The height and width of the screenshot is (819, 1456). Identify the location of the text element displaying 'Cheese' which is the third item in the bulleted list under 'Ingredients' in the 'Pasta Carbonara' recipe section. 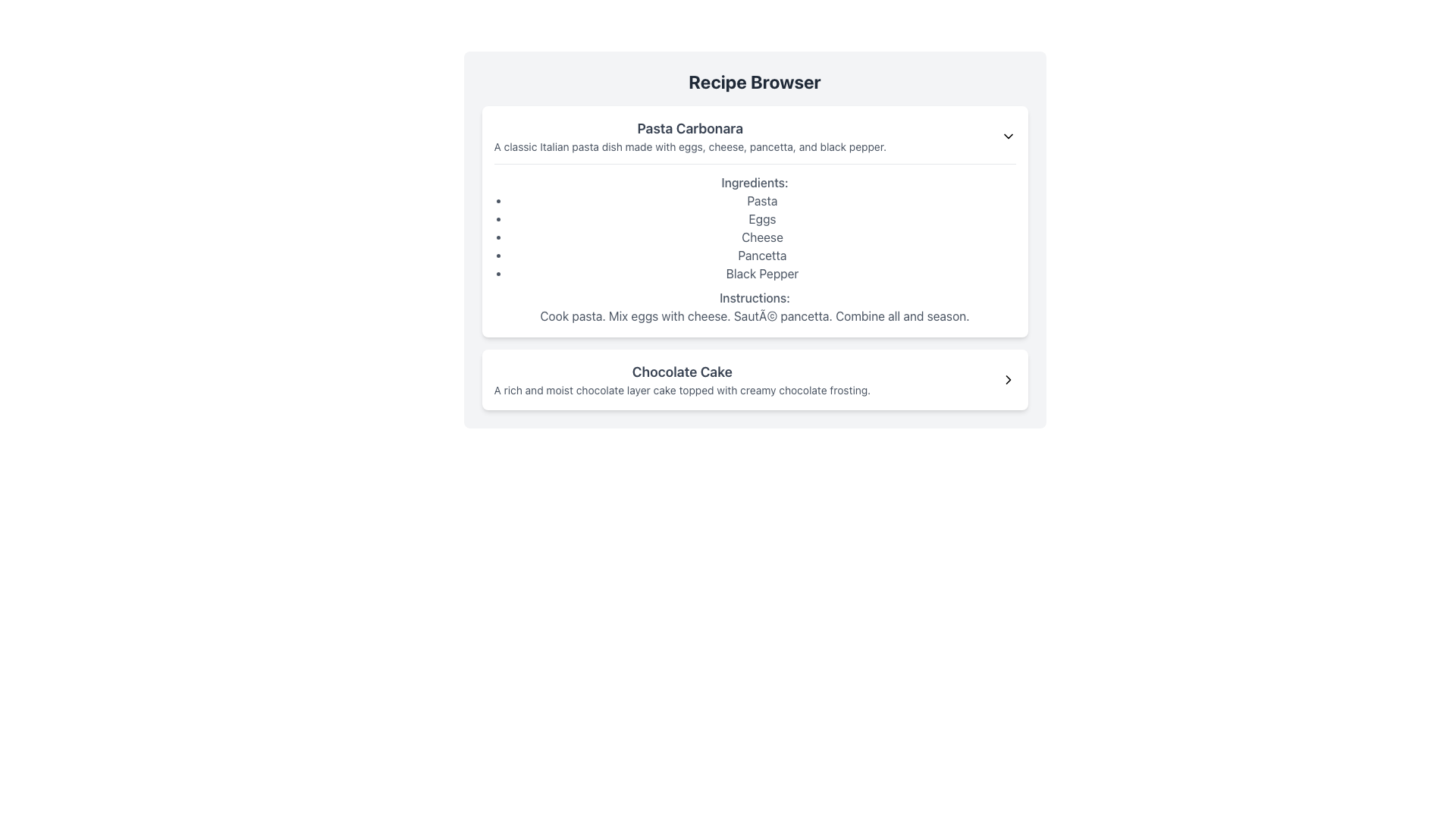
(762, 237).